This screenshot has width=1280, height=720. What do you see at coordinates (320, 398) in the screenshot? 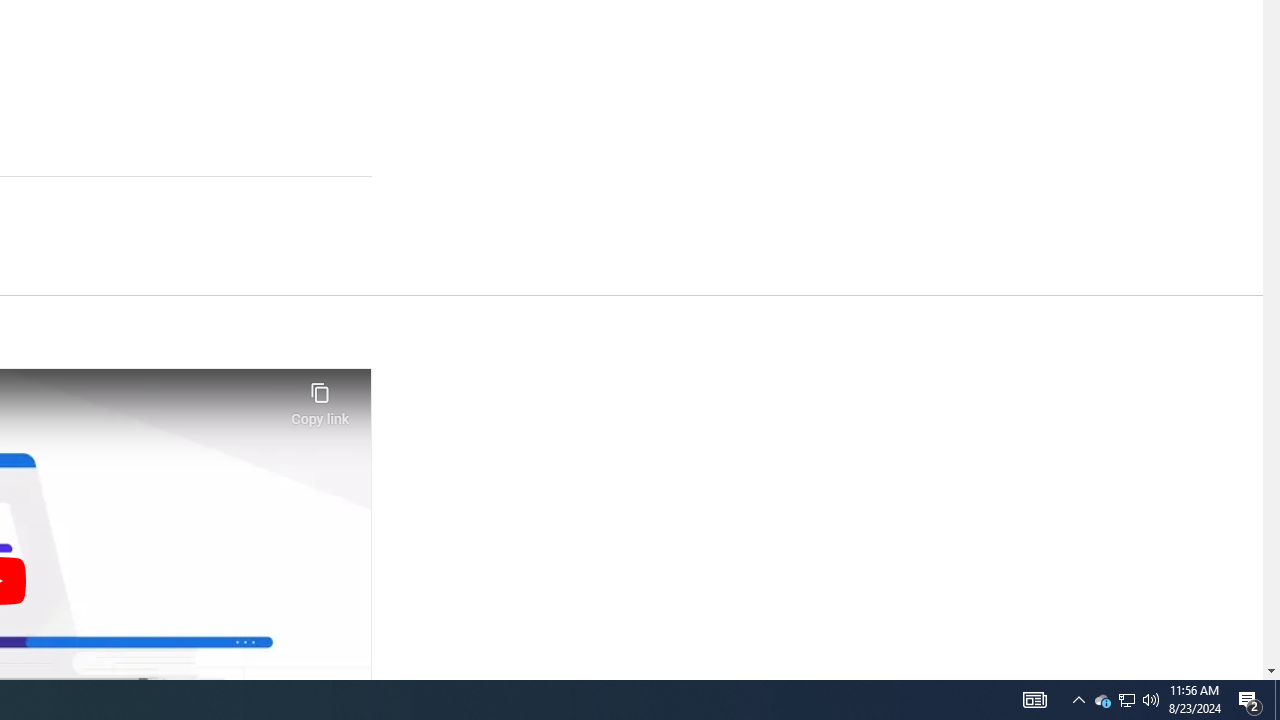
I see `'Copy link'` at bounding box center [320, 398].